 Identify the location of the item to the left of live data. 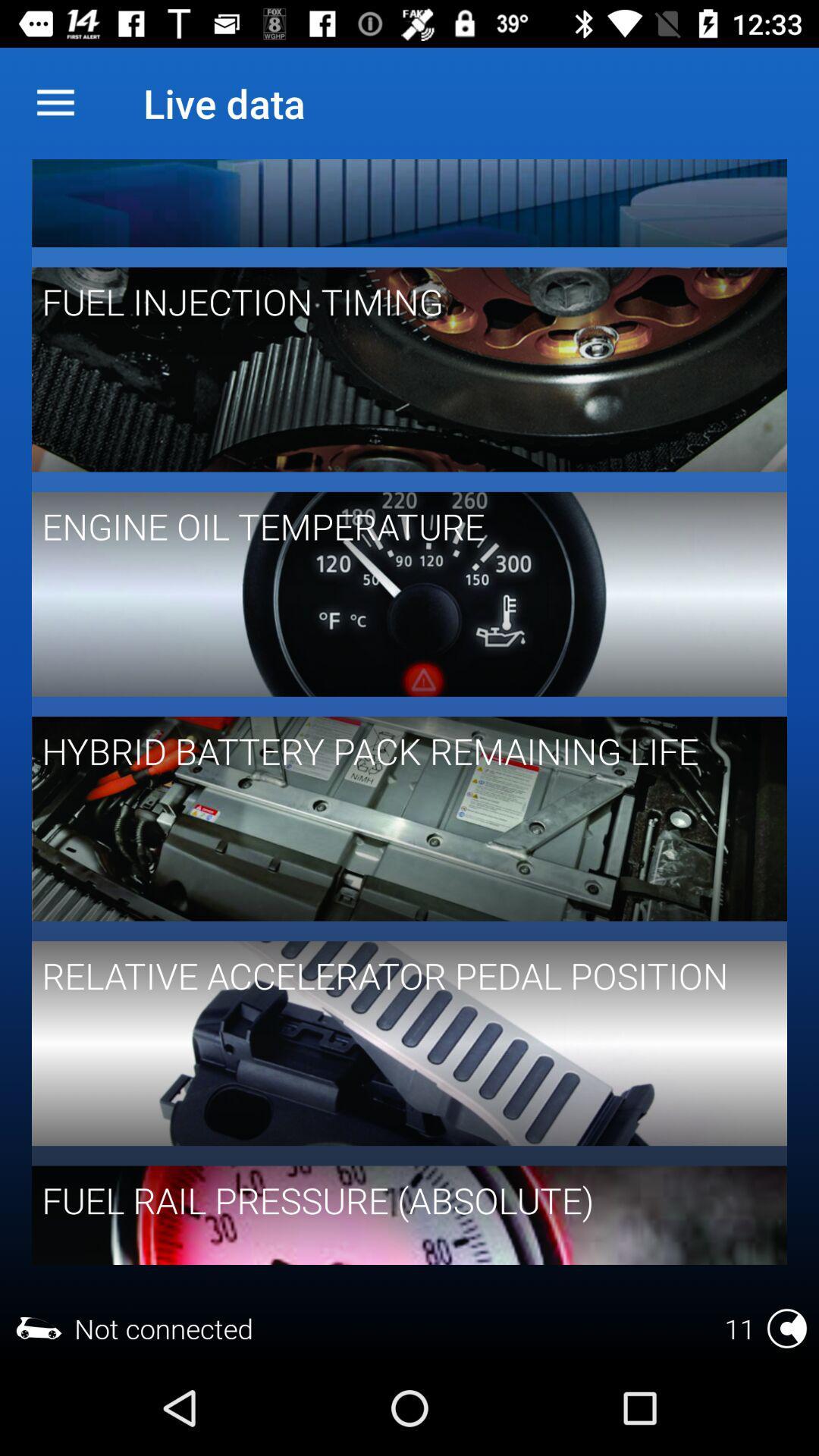
(55, 102).